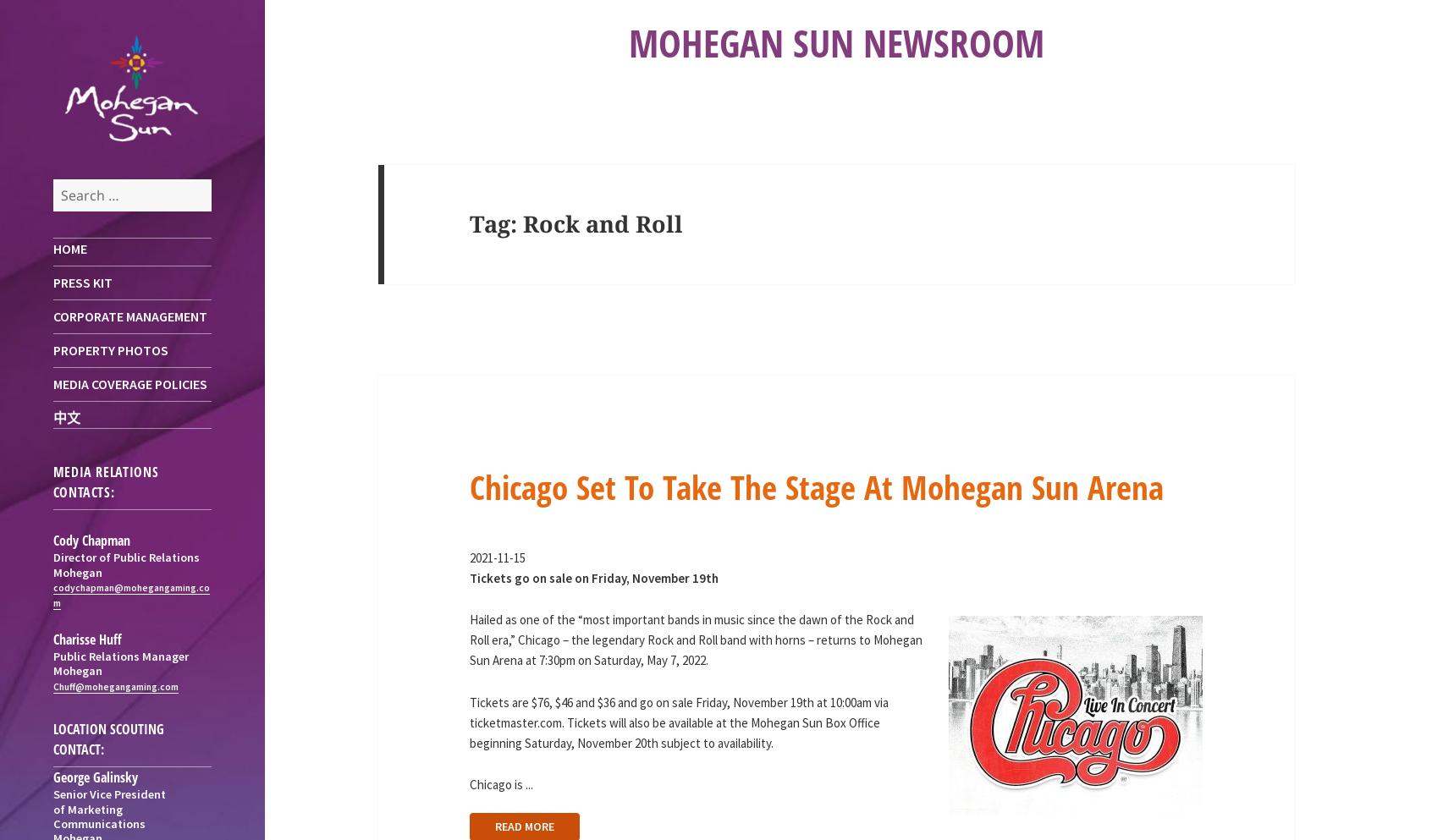  I want to click on 'Press Kit', so click(81, 282).